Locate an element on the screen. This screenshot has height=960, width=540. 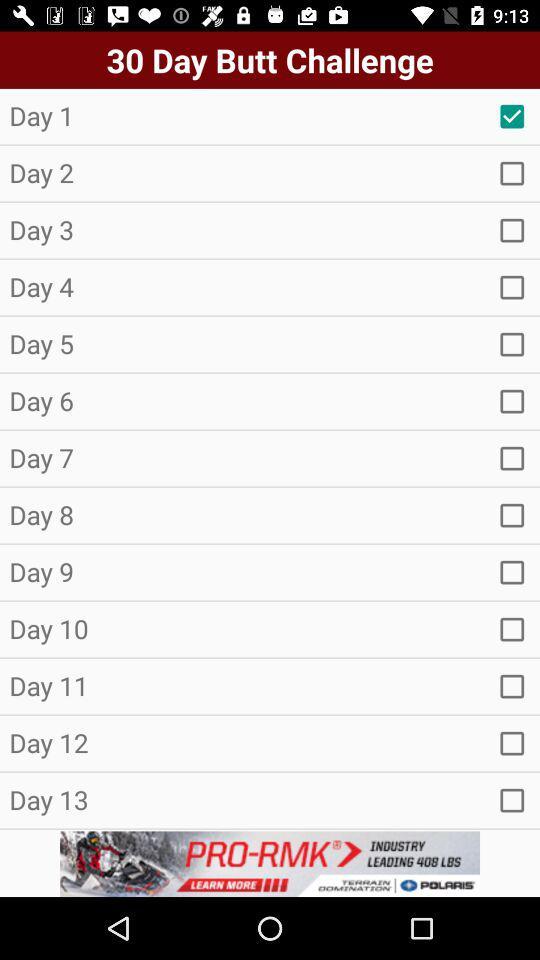
new page is located at coordinates (512, 286).